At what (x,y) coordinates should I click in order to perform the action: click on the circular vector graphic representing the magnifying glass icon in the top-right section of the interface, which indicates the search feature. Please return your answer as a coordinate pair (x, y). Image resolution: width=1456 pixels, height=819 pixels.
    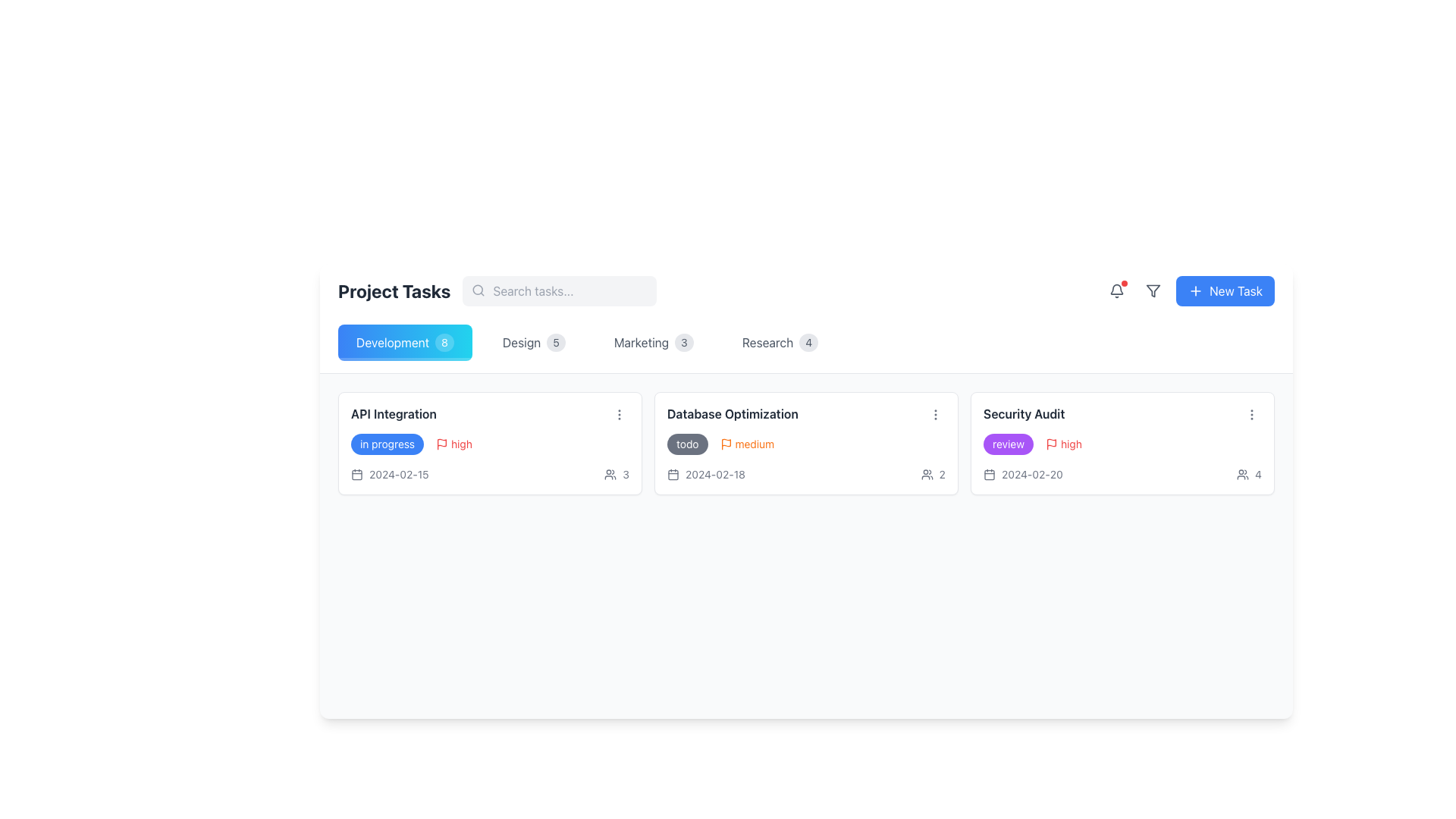
    Looking at the image, I should click on (477, 290).